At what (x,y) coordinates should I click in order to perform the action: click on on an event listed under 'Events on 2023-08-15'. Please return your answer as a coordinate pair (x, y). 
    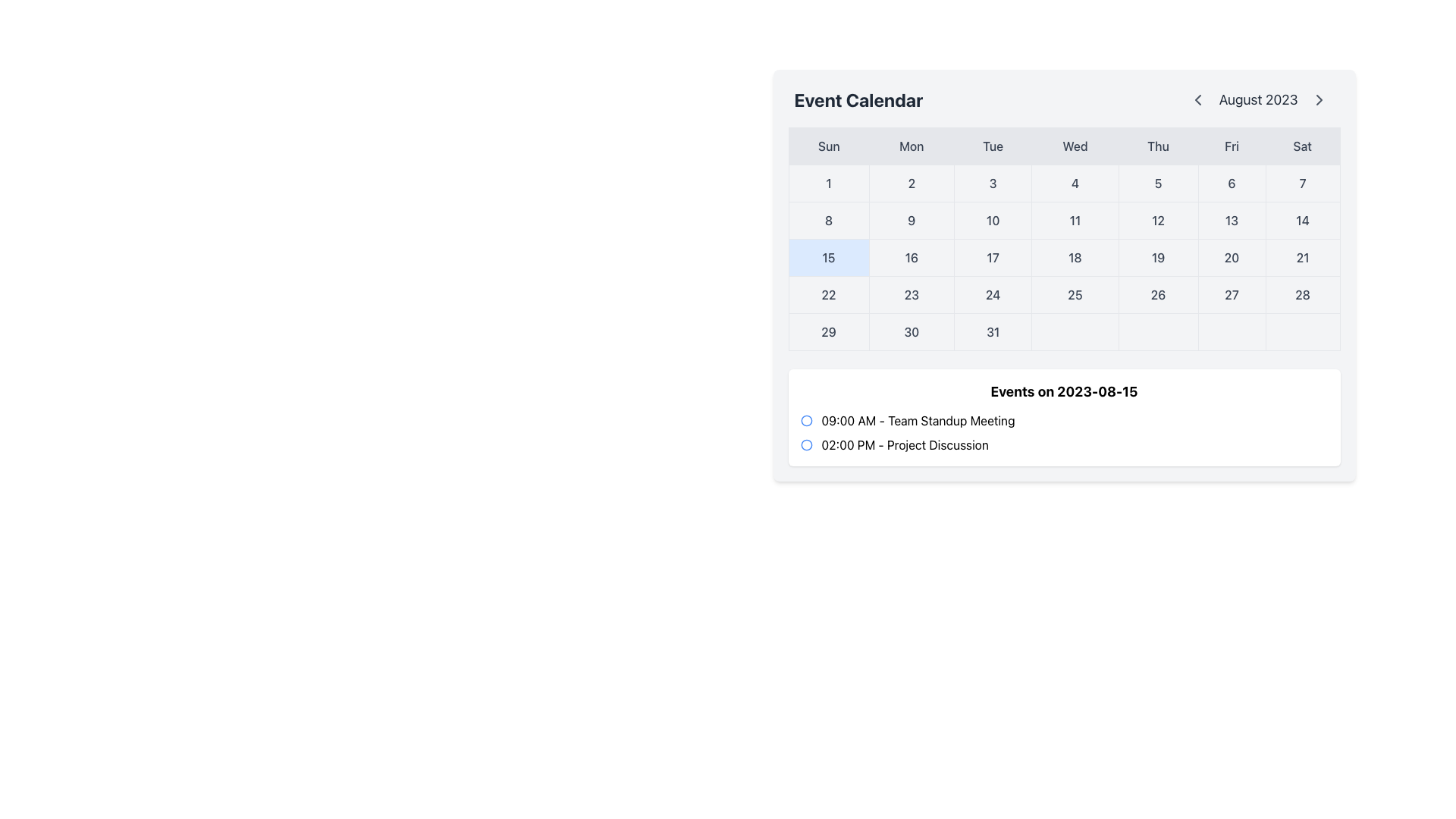
    Looking at the image, I should click on (1063, 432).